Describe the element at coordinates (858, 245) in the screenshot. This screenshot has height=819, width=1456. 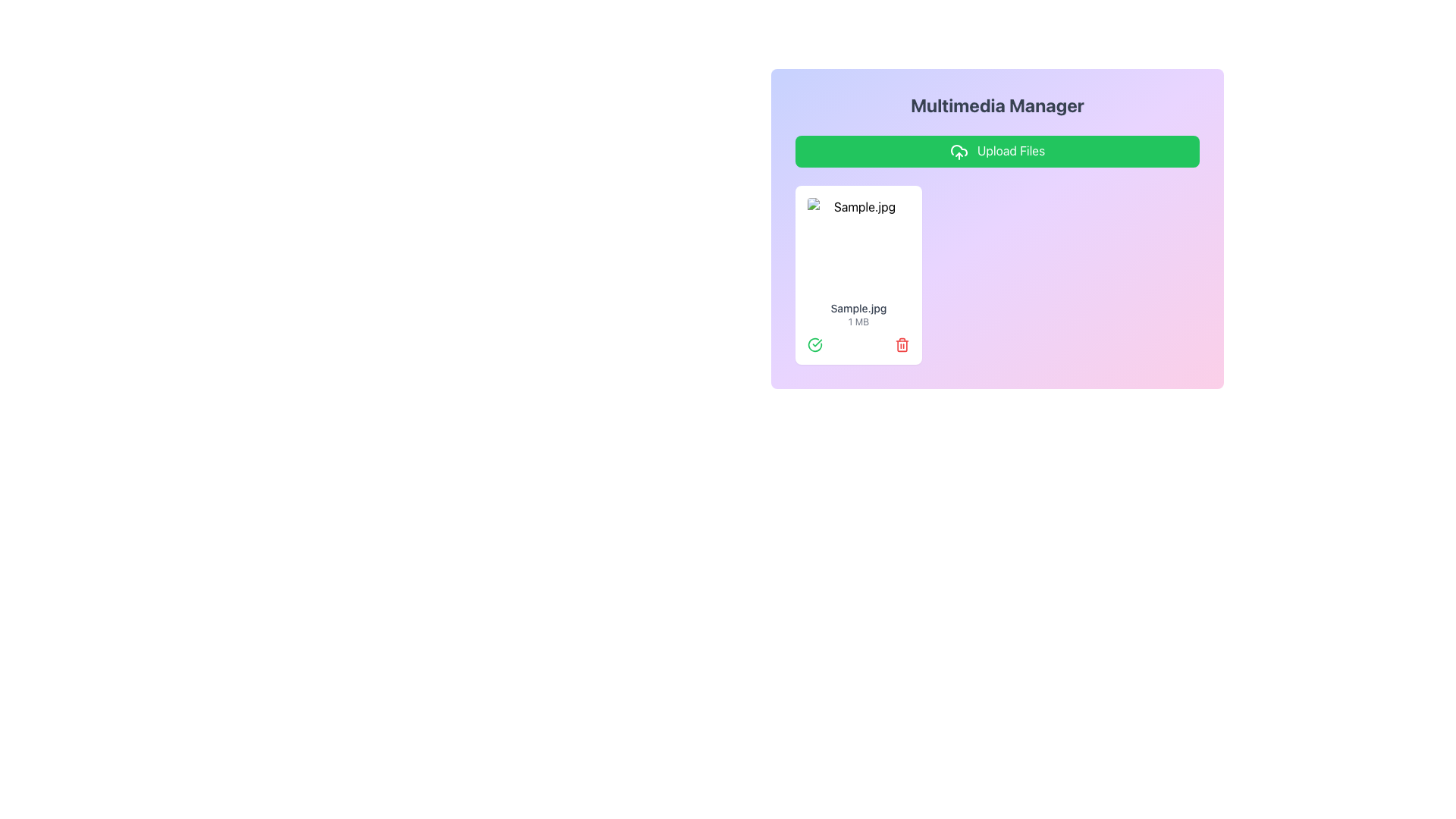
I see `the image preview for 'Sample.jpg'` at that location.